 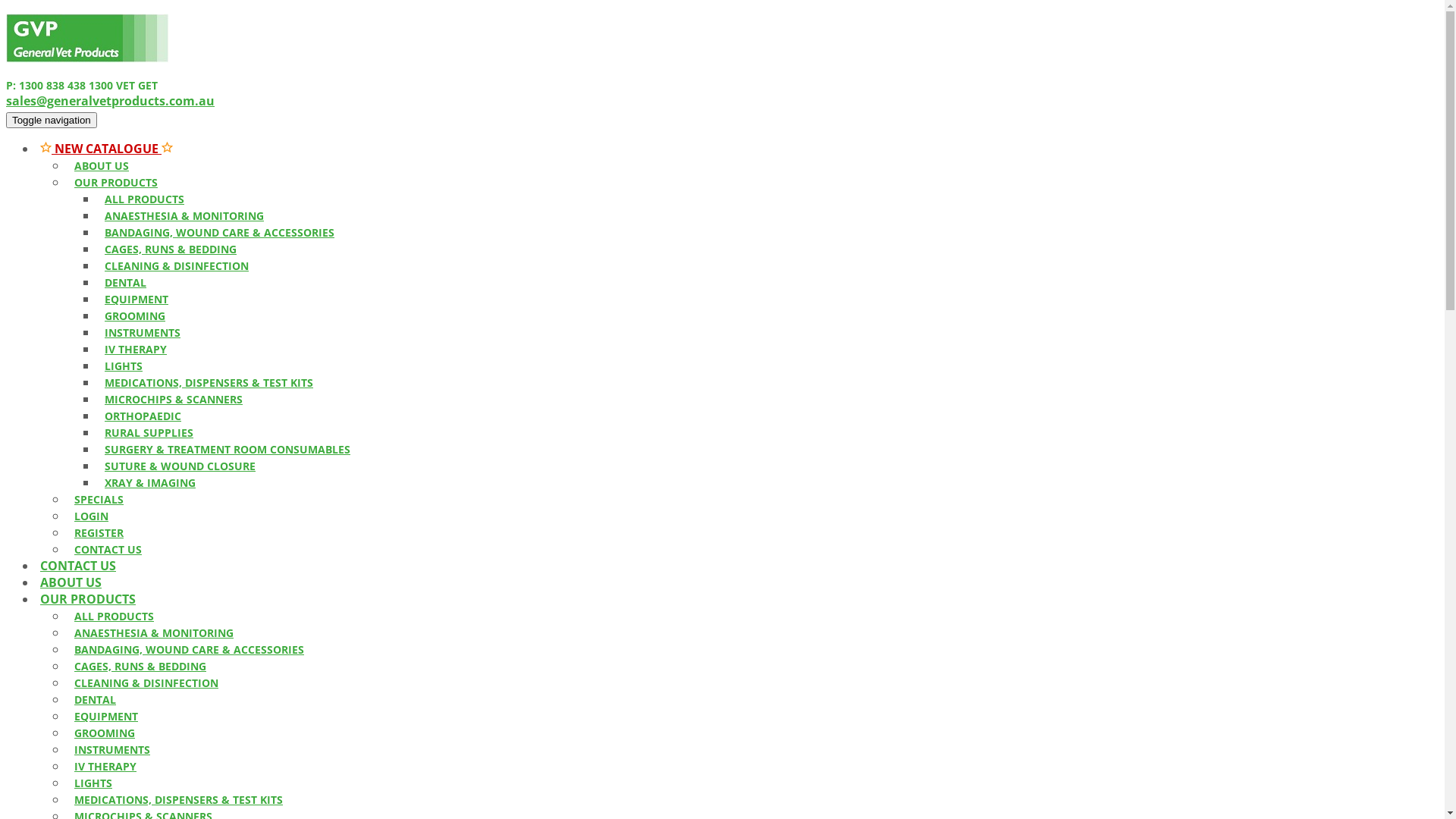 I want to click on 'SURGERY & TREATMENT ROOM CONSUMABLES', so click(x=226, y=448).